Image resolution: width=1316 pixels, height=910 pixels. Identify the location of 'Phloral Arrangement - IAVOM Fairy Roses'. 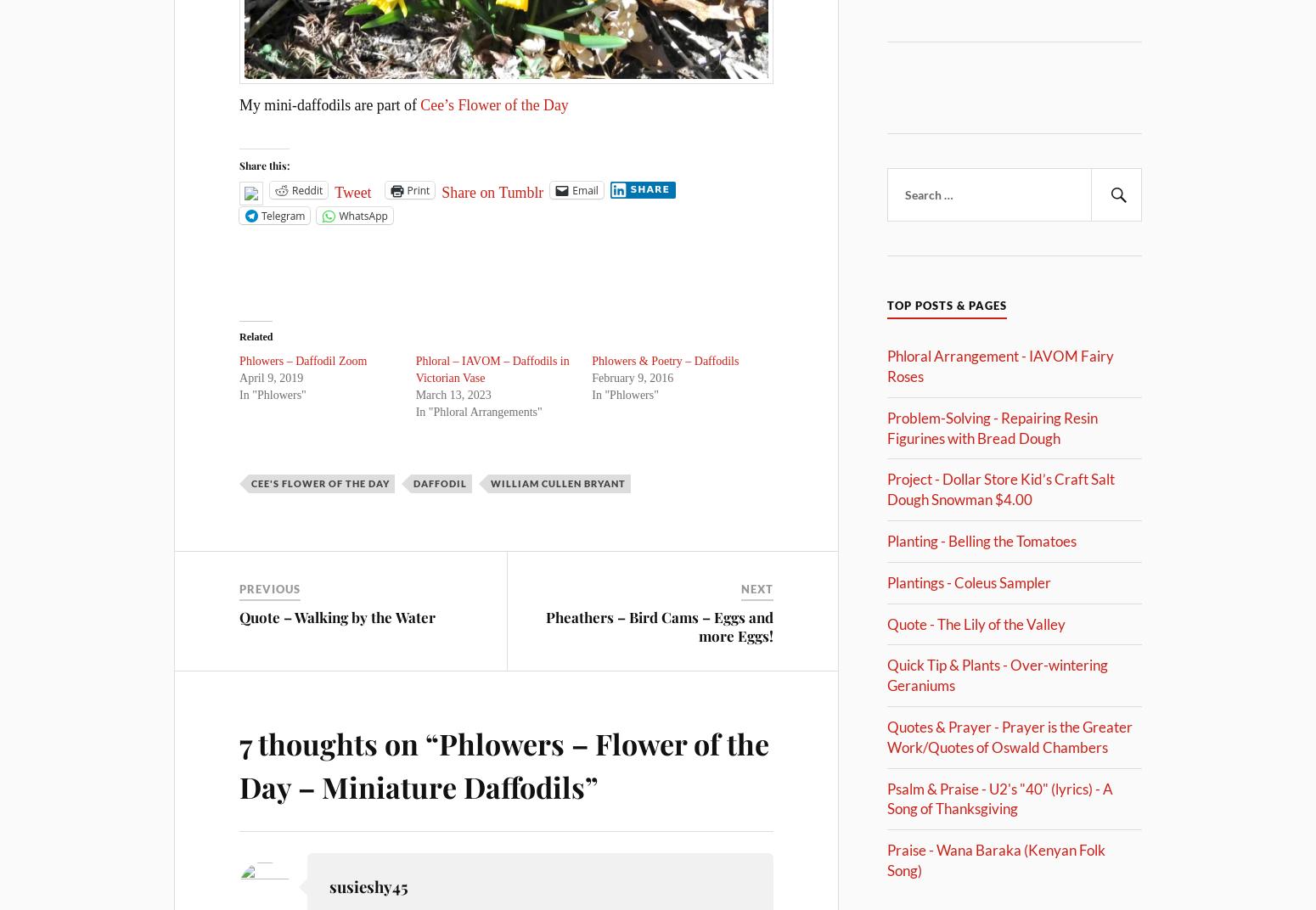
(1000, 365).